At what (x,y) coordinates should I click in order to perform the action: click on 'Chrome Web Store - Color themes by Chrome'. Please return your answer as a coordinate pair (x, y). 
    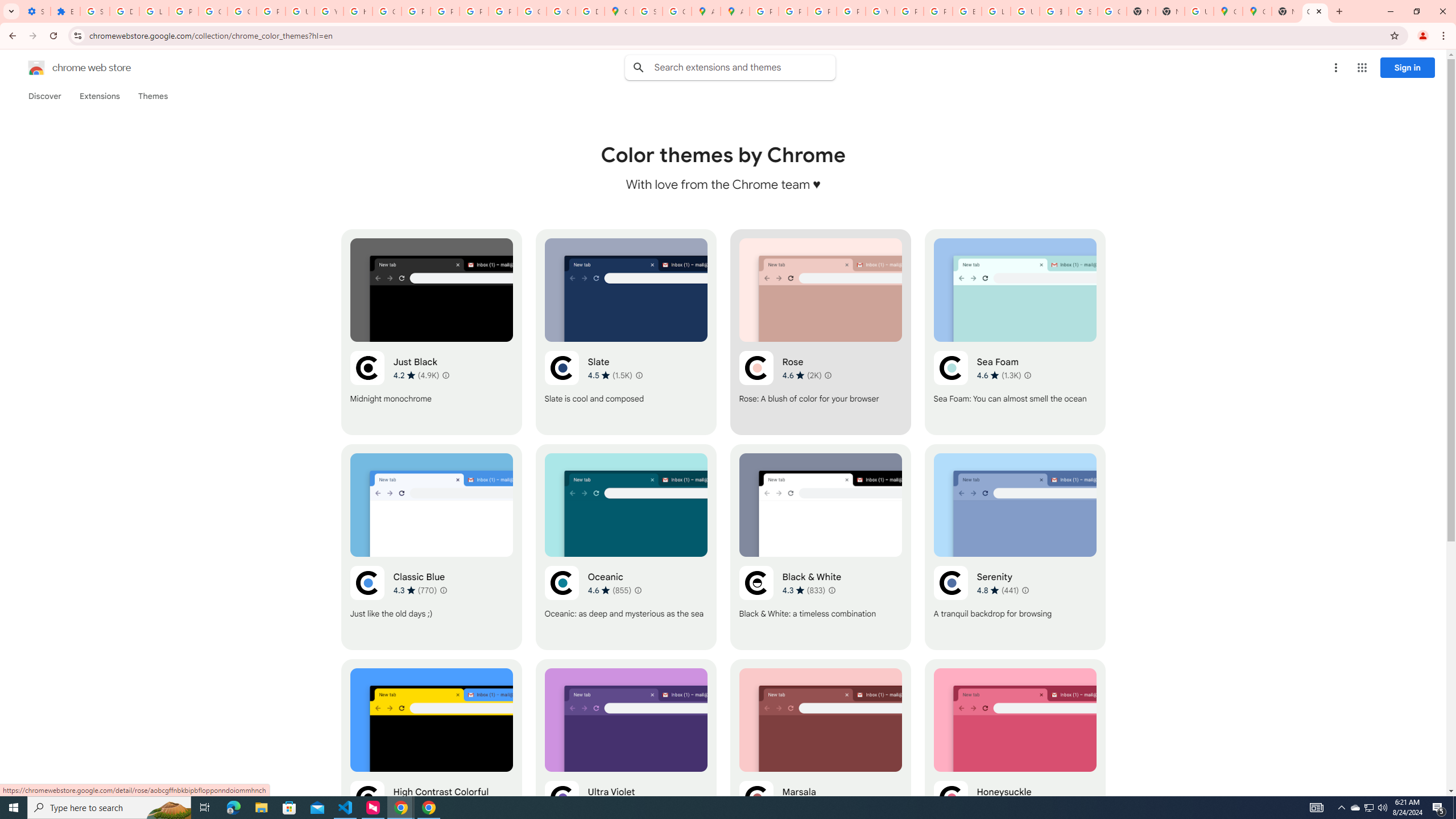
    Looking at the image, I should click on (1314, 11).